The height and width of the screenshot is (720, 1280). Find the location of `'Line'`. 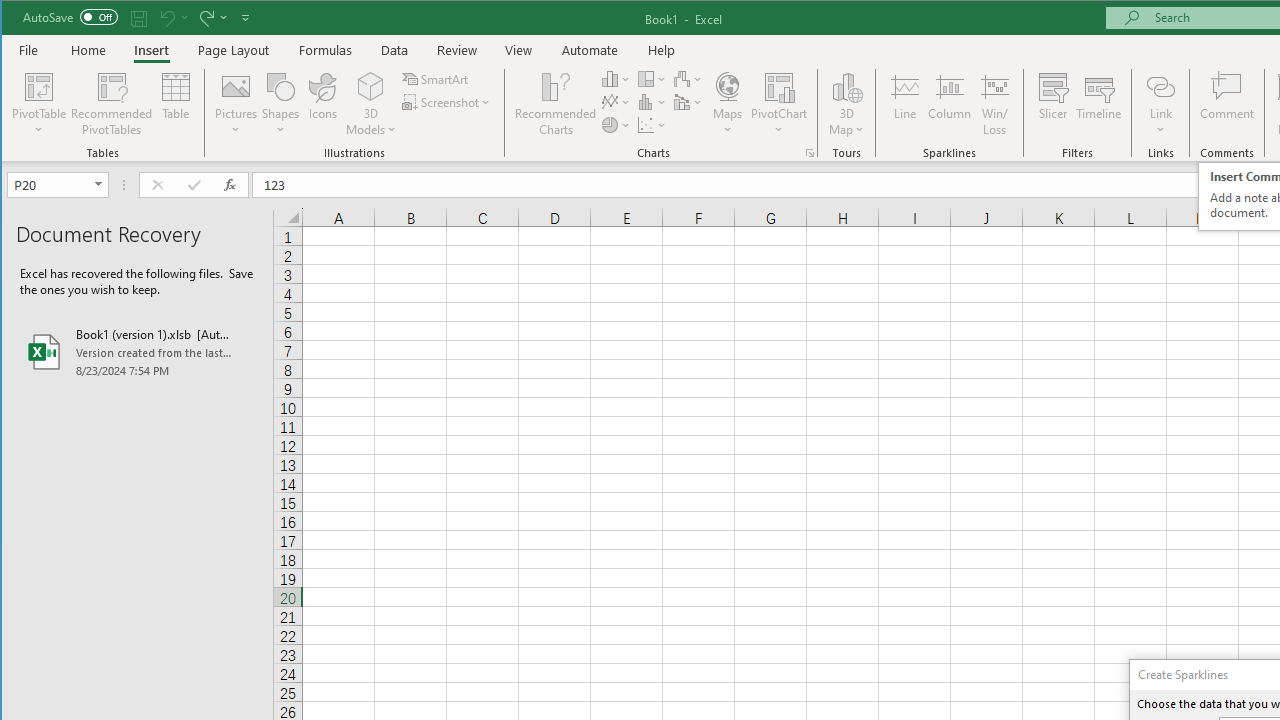

'Line' is located at coordinates (903, 104).